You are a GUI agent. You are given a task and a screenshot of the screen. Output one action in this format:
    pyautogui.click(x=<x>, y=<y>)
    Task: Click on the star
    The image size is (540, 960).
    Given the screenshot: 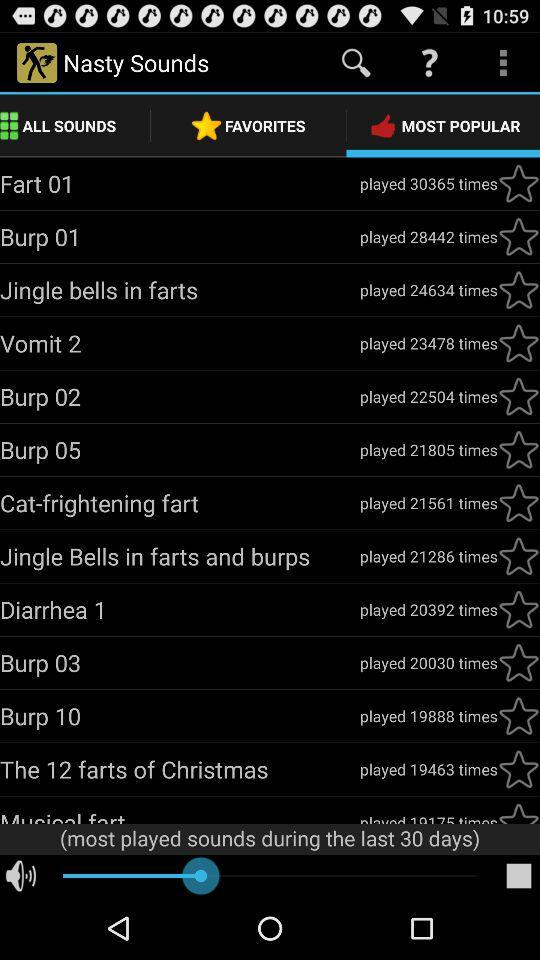 What is the action you would take?
    pyautogui.click(x=518, y=556)
    